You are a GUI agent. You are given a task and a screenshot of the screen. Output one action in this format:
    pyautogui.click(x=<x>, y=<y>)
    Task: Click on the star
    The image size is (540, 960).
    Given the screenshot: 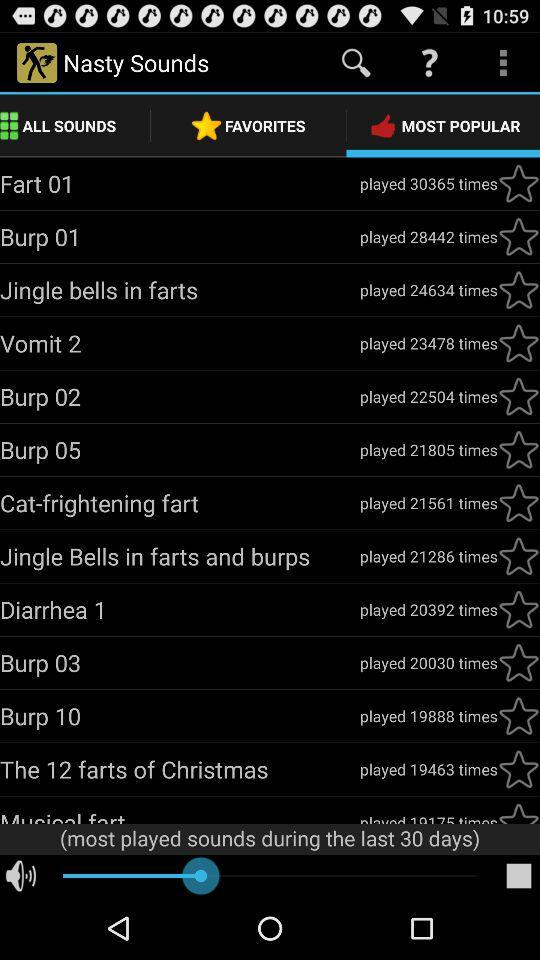 What is the action you would take?
    pyautogui.click(x=518, y=556)
    